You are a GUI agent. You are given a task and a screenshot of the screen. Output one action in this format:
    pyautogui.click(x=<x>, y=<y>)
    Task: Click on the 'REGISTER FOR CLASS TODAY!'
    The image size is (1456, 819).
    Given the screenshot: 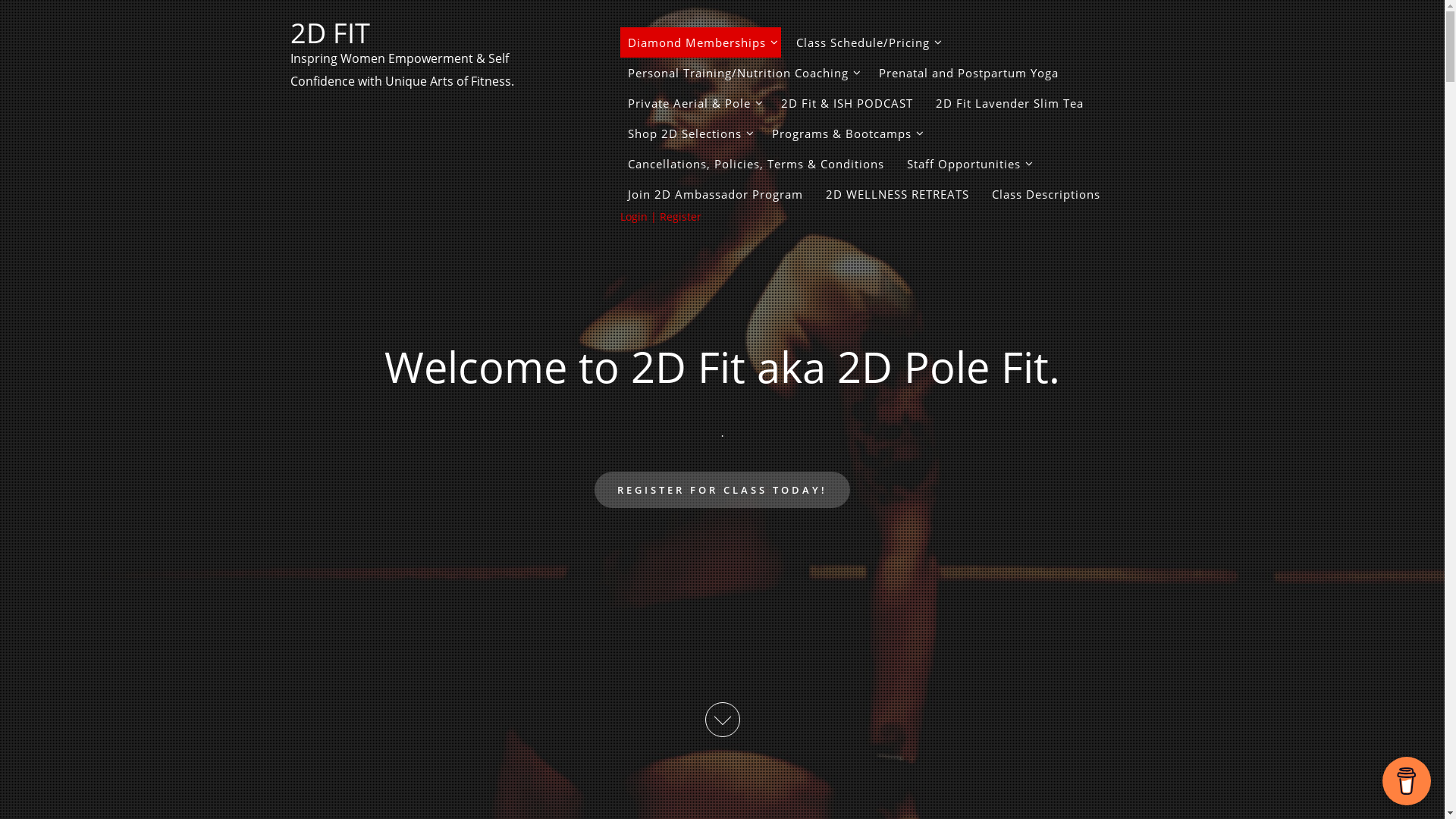 What is the action you would take?
    pyautogui.click(x=721, y=489)
    